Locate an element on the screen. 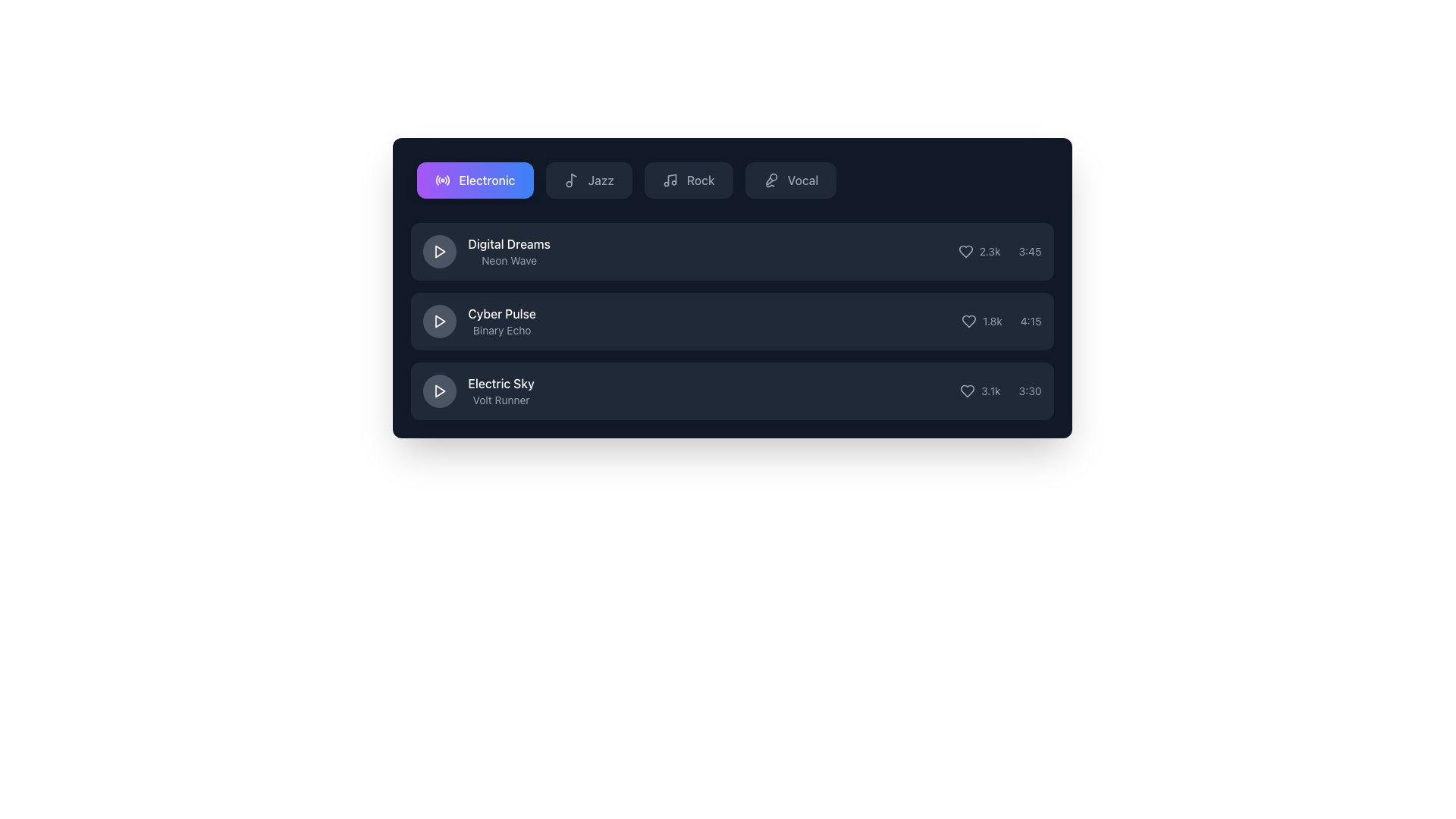  the button labeled 'Jazz' which is the second button in a horizontal list of four buttons, featuring a musical note icon and a dark gray background is located at coordinates (588, 180).